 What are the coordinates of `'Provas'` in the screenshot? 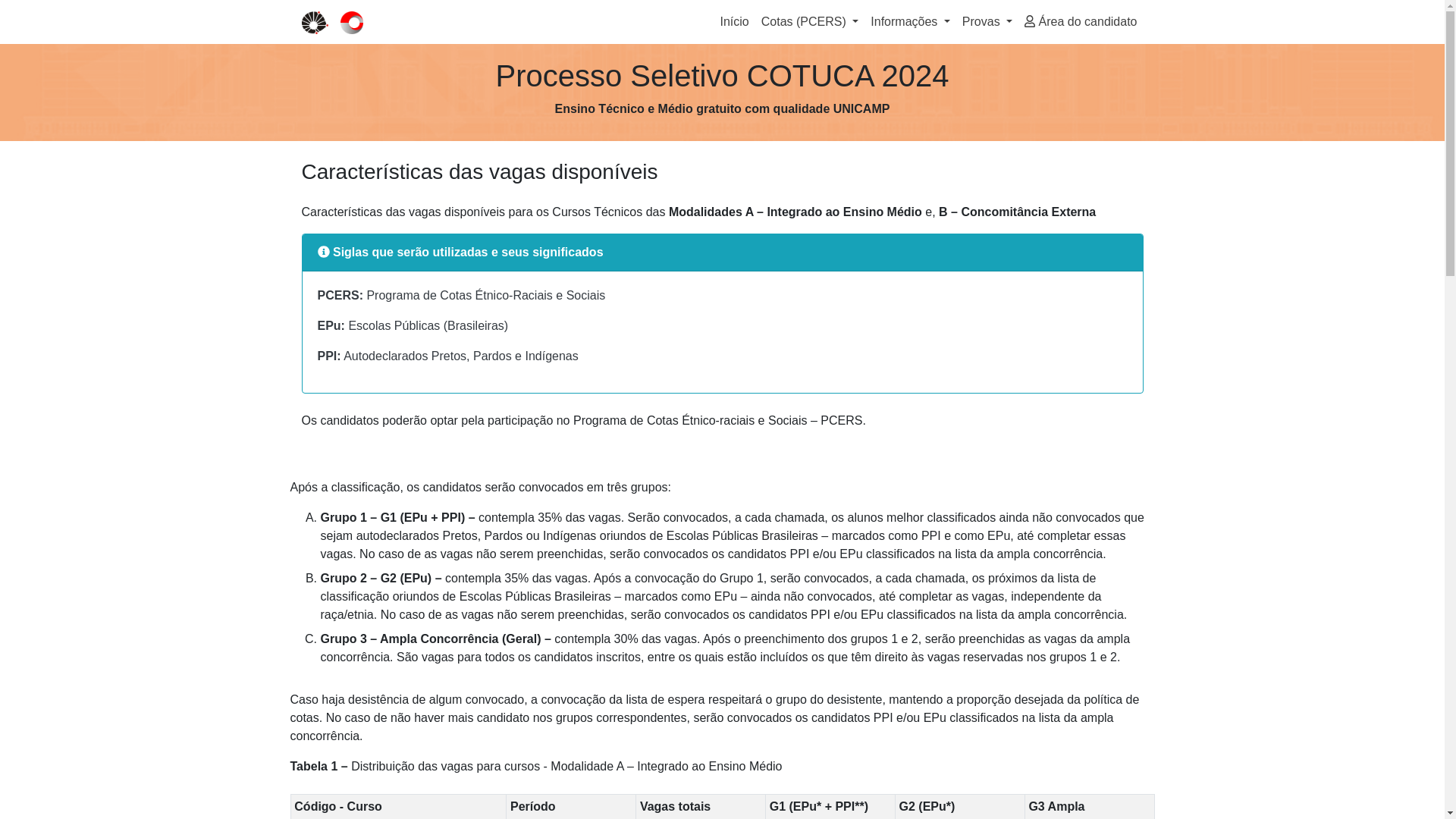 It's located at (955, 22).